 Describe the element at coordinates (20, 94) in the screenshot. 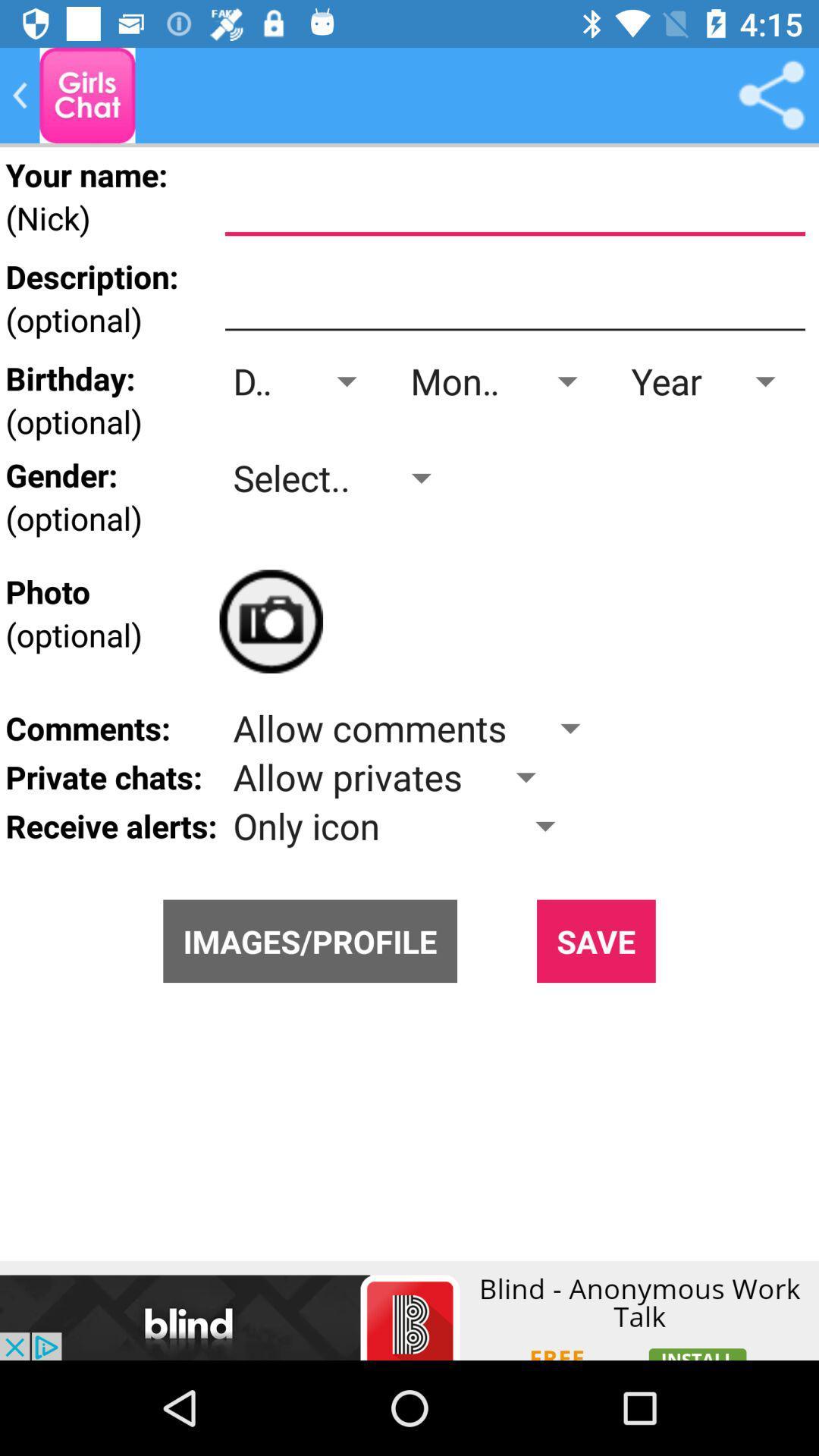

I see `the arrow_backward icon` at that location.